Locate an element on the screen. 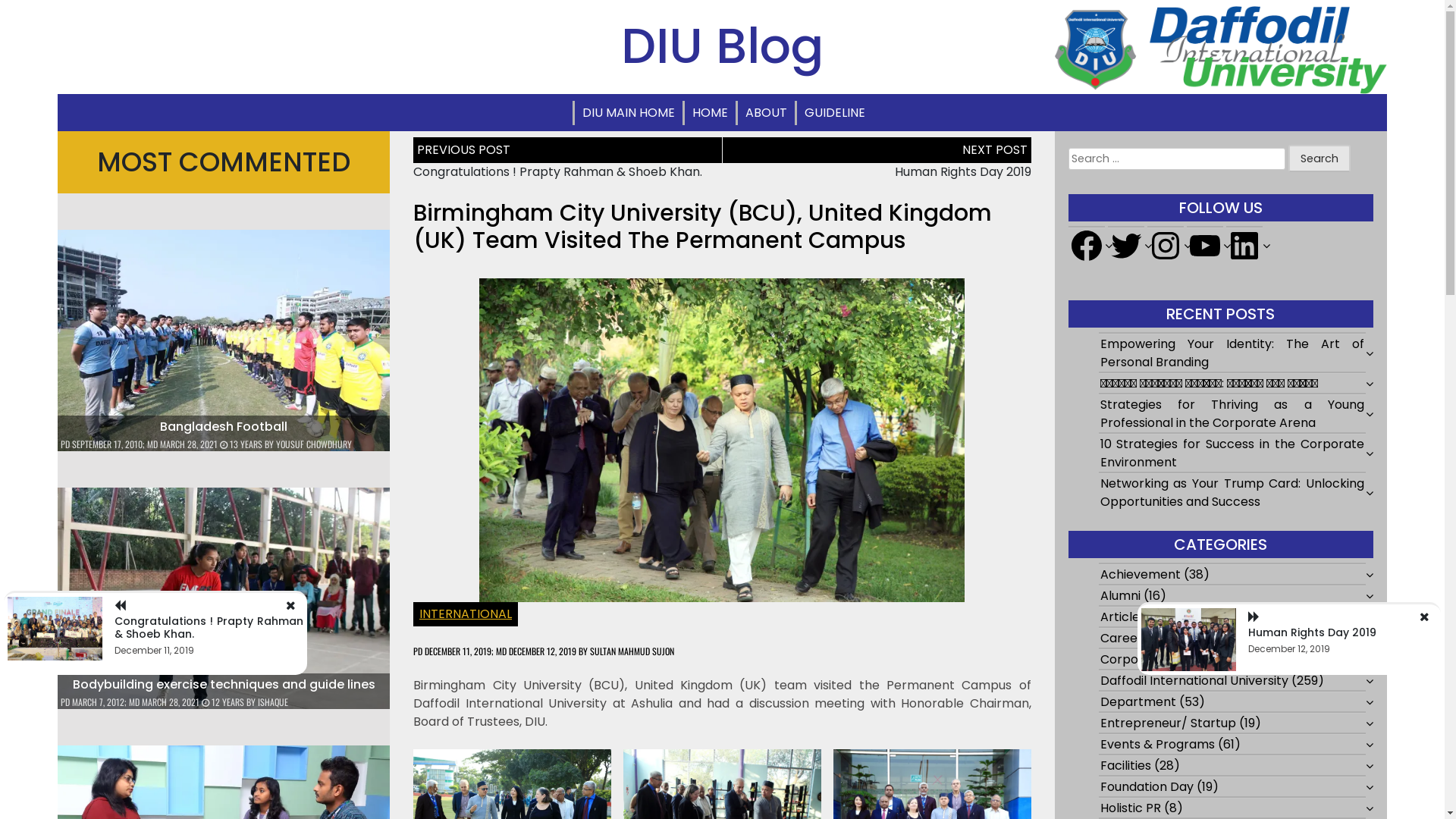 This screenshot has height=819, width=1456. 'SULTAN MAHMUD SUJON' is located at coordinates (588, 650).